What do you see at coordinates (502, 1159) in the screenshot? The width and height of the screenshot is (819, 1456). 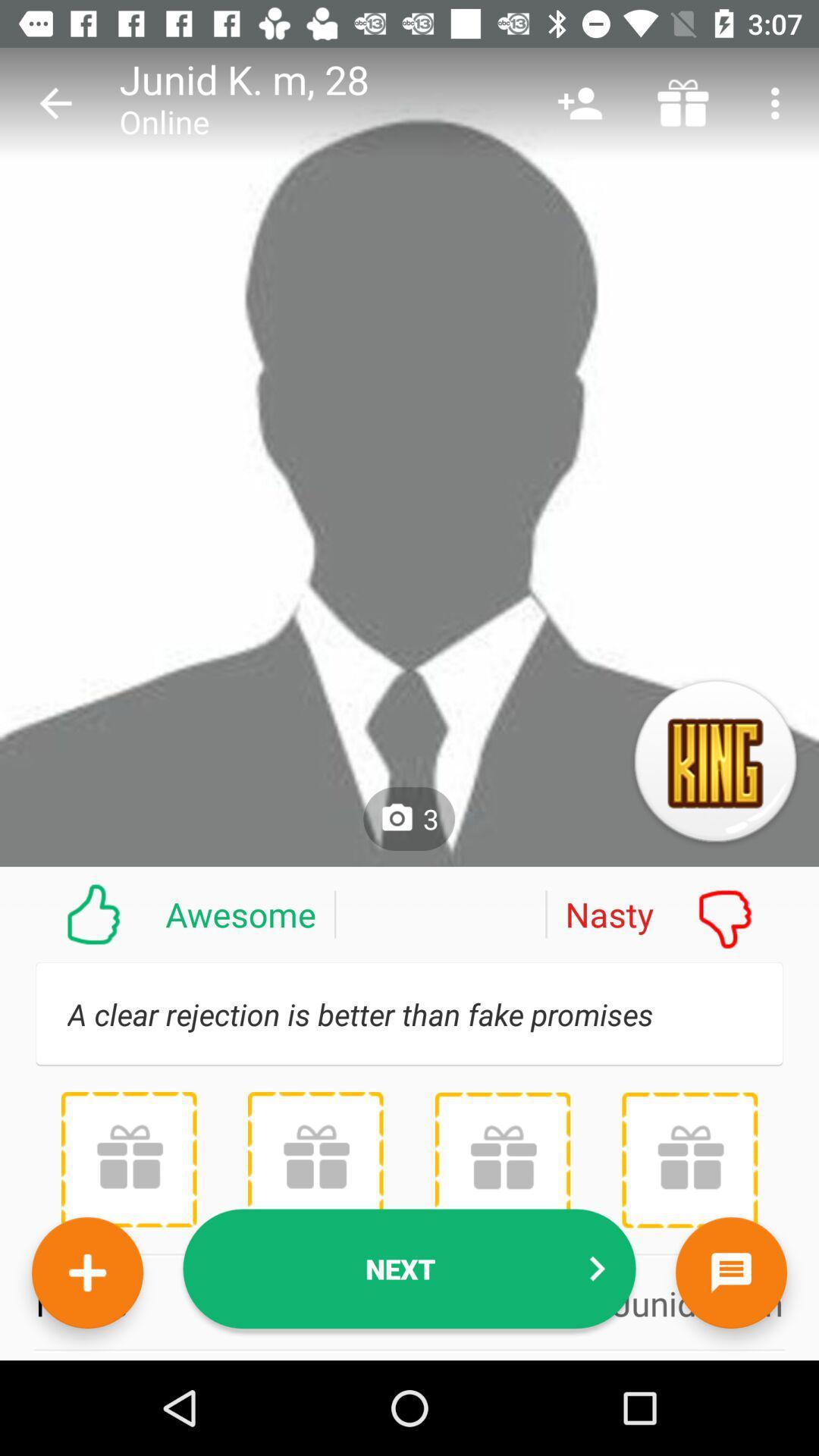 I see `send gift` at bounding box center [502, 1159].